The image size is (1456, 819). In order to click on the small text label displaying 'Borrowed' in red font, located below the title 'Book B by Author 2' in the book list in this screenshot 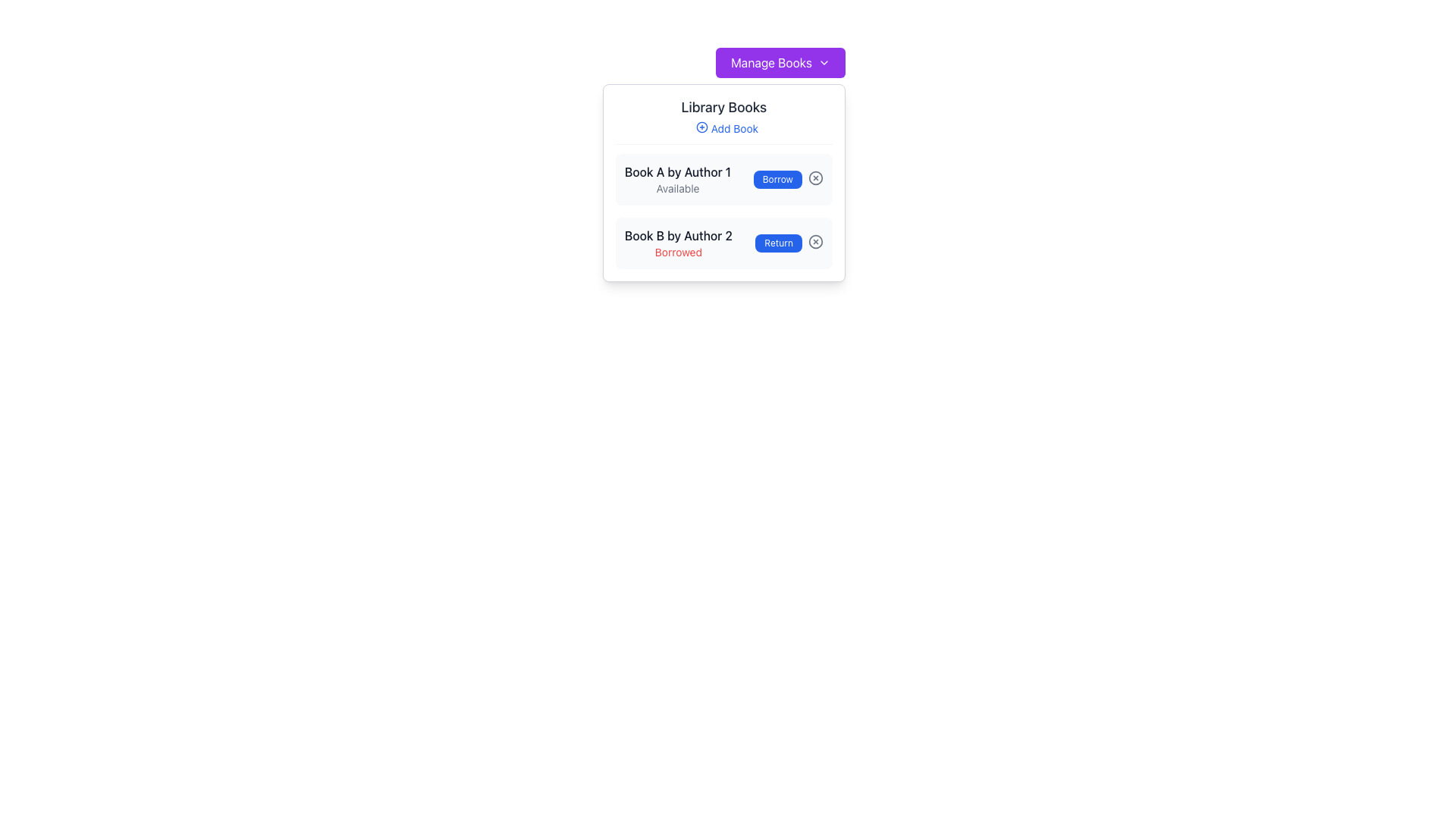, I will do `click(677, 251)`.